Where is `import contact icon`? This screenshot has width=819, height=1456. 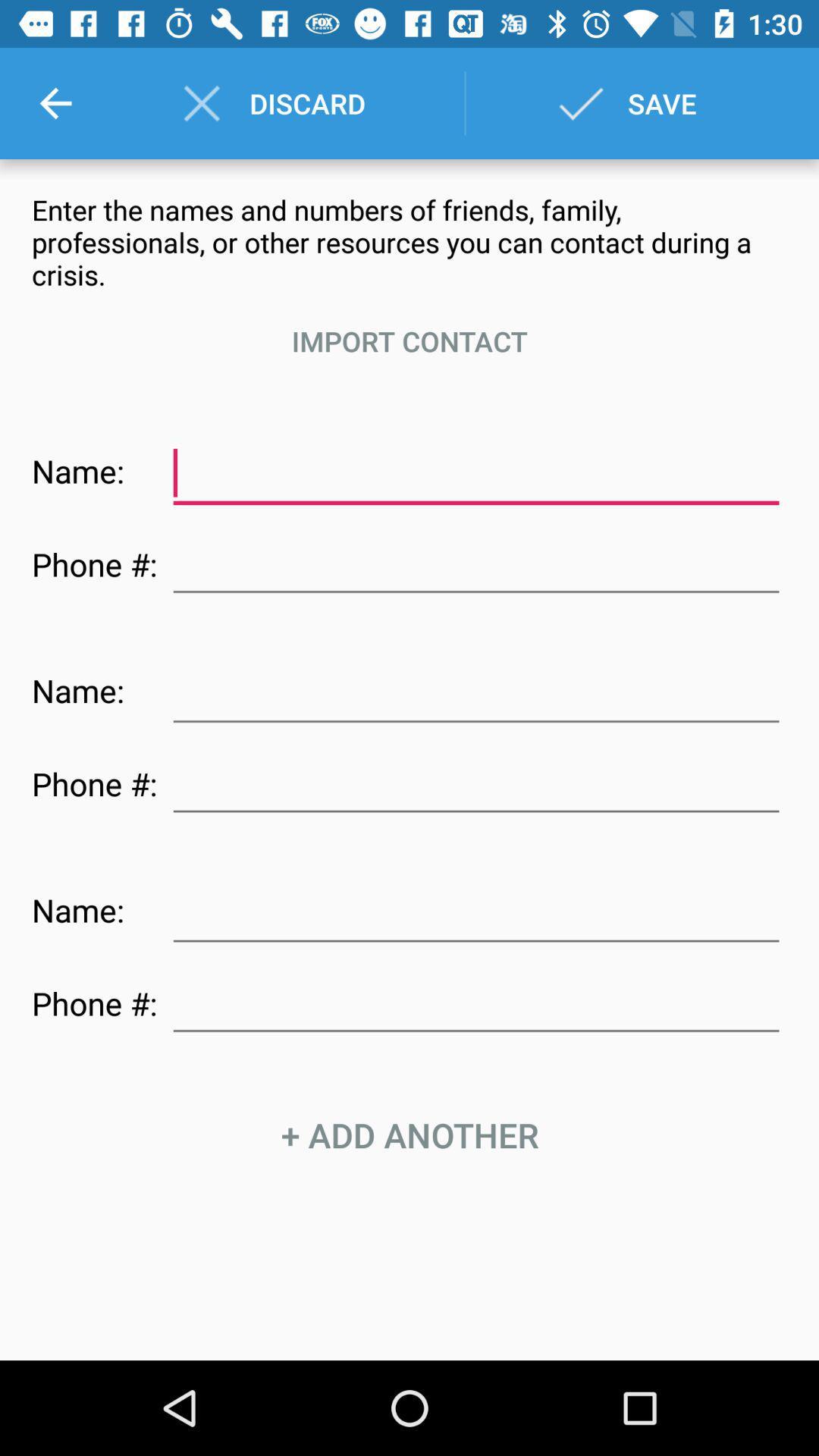
import contact icon is located at coordinates (409, 340).